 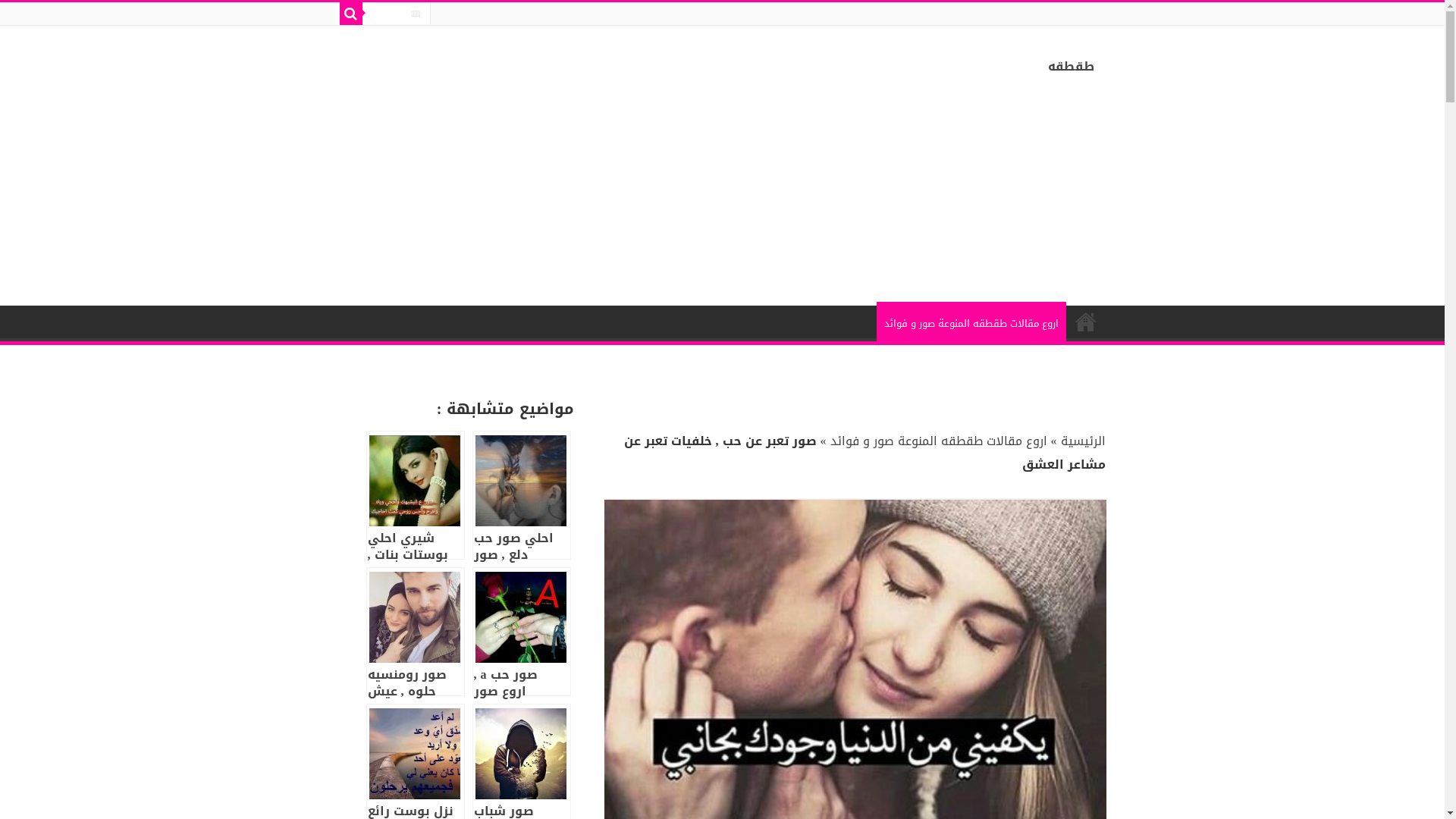 I want to click on 'Advertisement', so click(x=535, y=198).